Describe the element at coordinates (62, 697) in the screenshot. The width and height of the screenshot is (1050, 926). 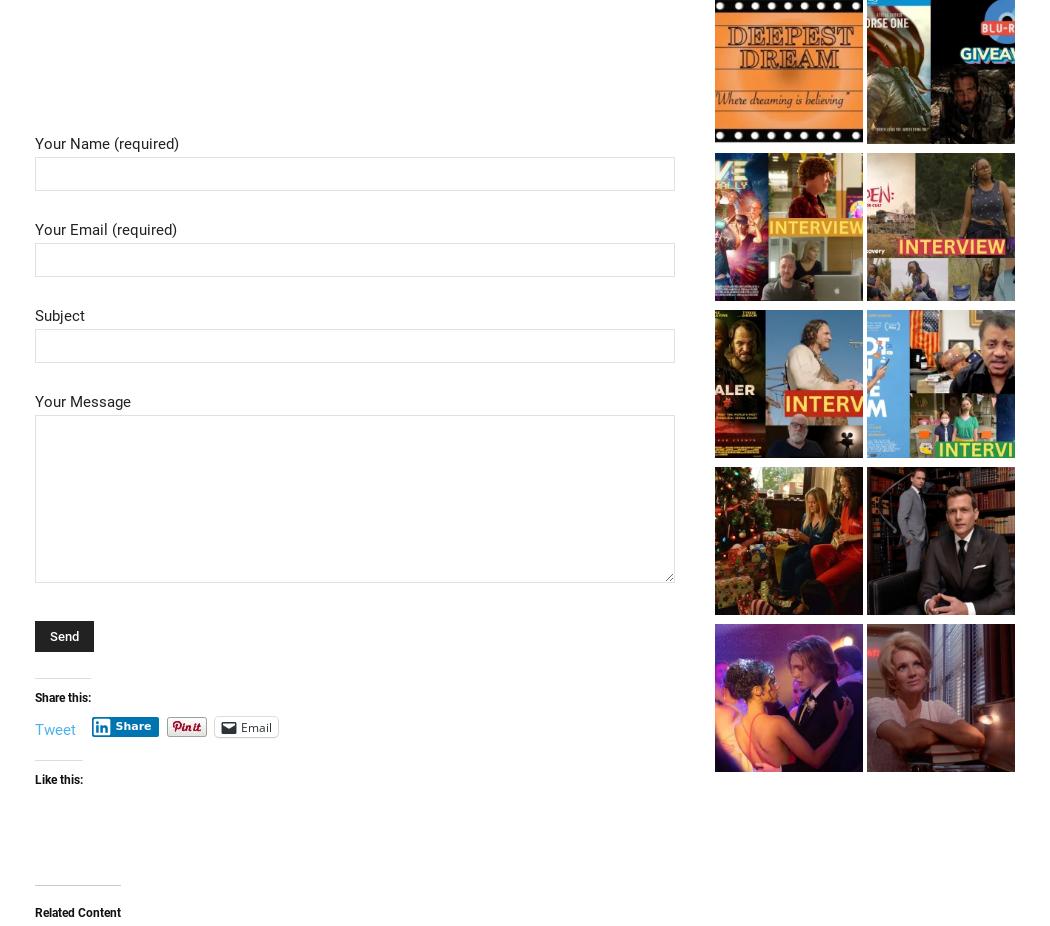
I see `'Share this:'` at that location.